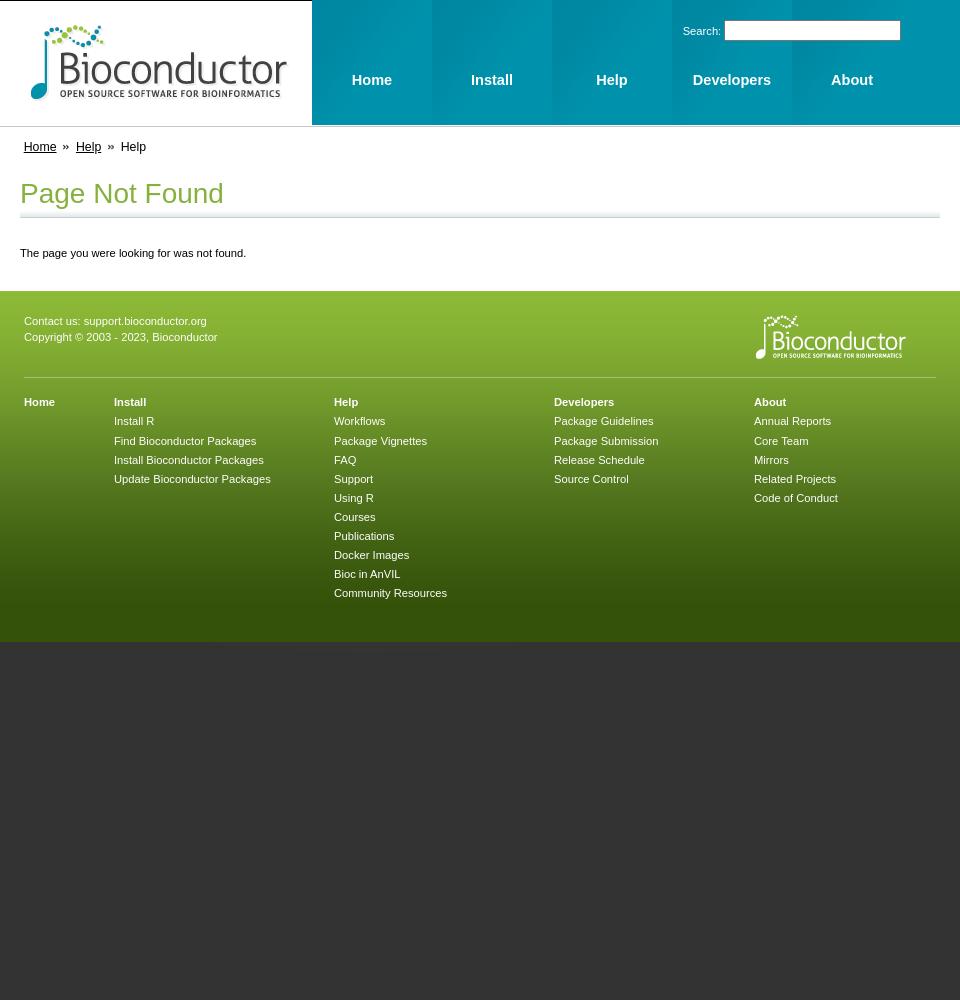  What do you see at coordinates (131, 252) in the screenshot?
I see `'The page you were looking for was not found.'` at bounding box center [131, 252].